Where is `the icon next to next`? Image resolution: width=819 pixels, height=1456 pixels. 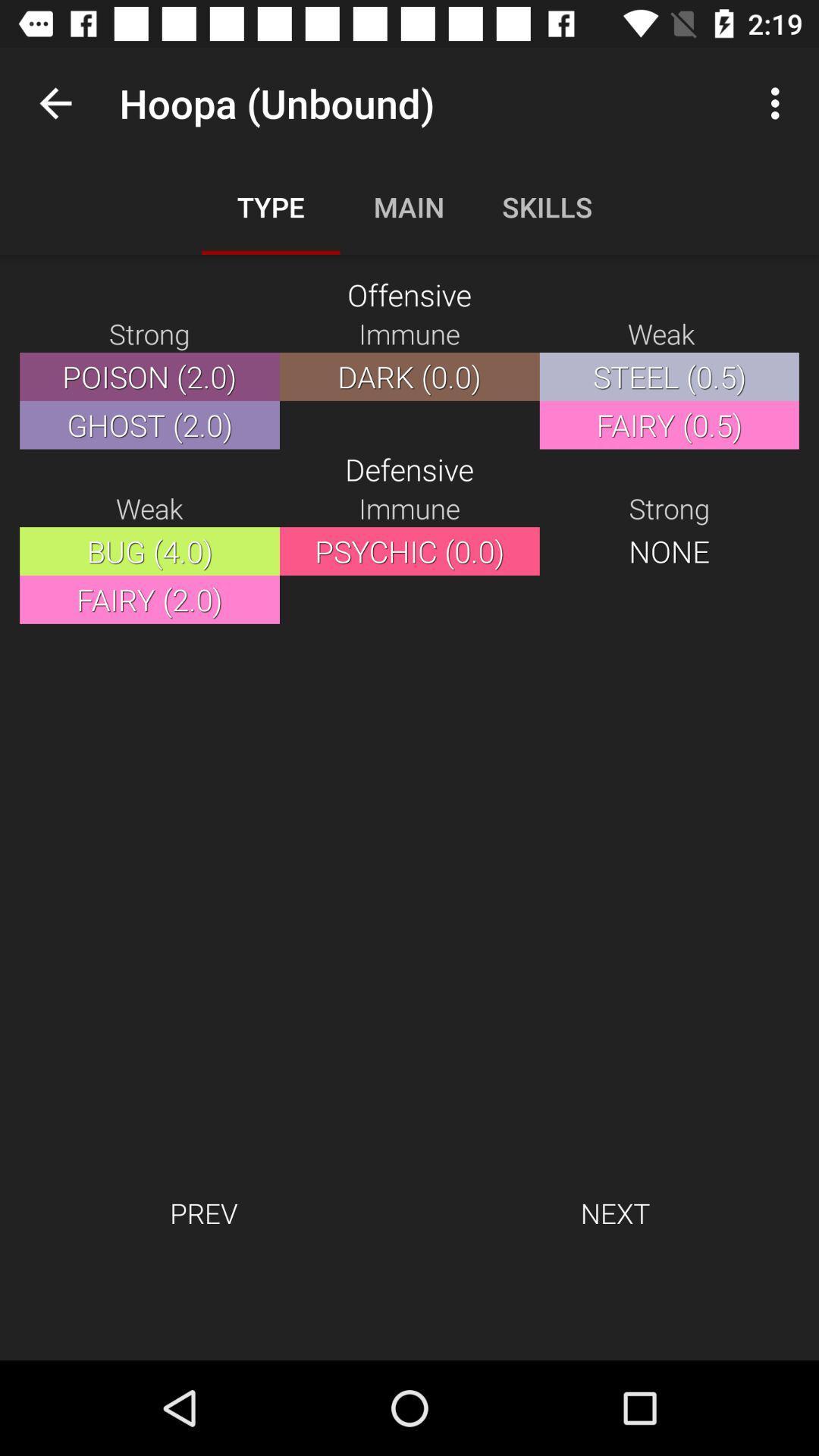 the icon next to next is located at coordinates (202, 1212).